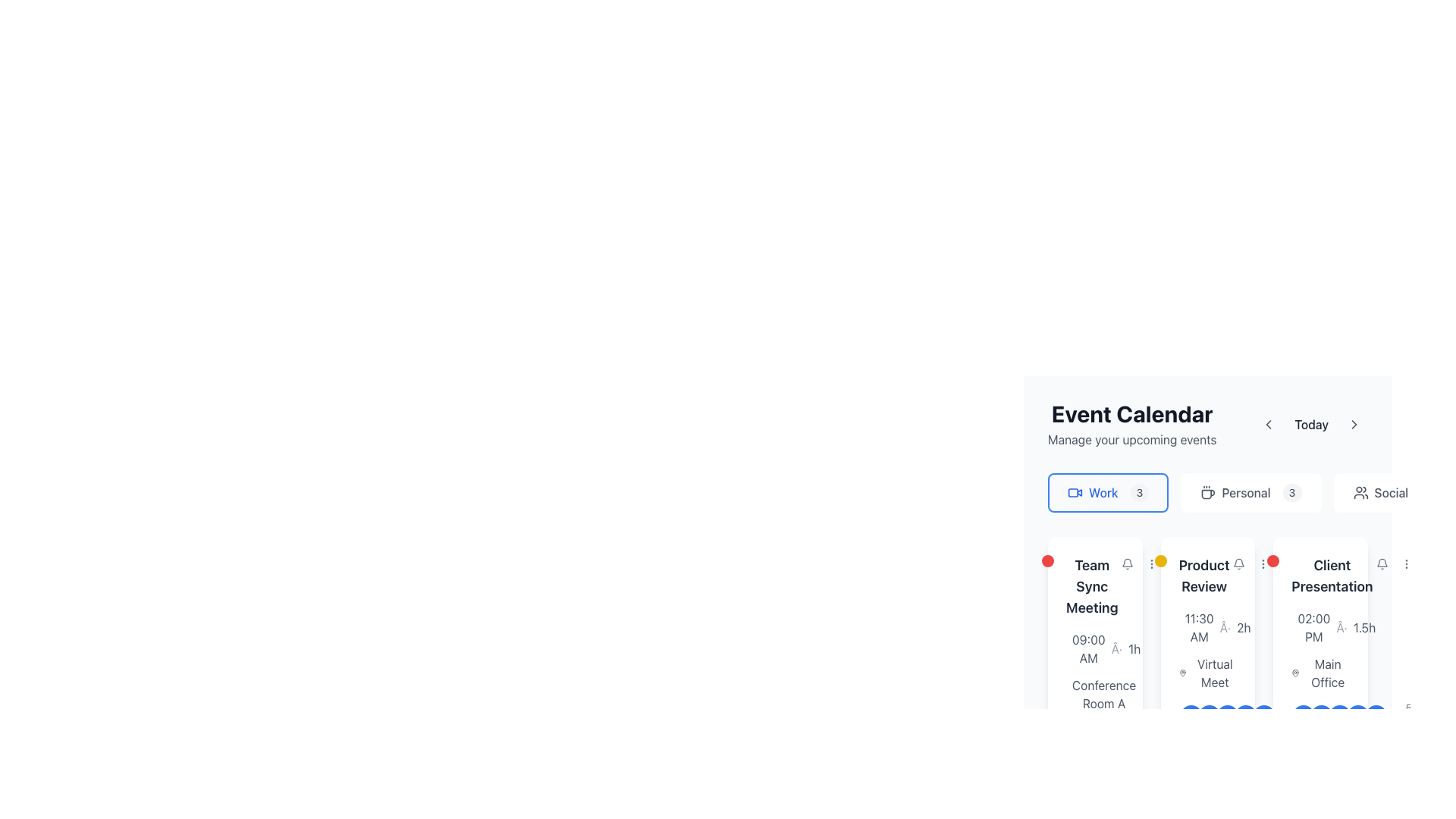 This screenshot has height=819, width=1456. I want to click on the notification bell icon, which is part of the SVG structure located in the top-right corner of the calendar interface, so click(1238, 563).